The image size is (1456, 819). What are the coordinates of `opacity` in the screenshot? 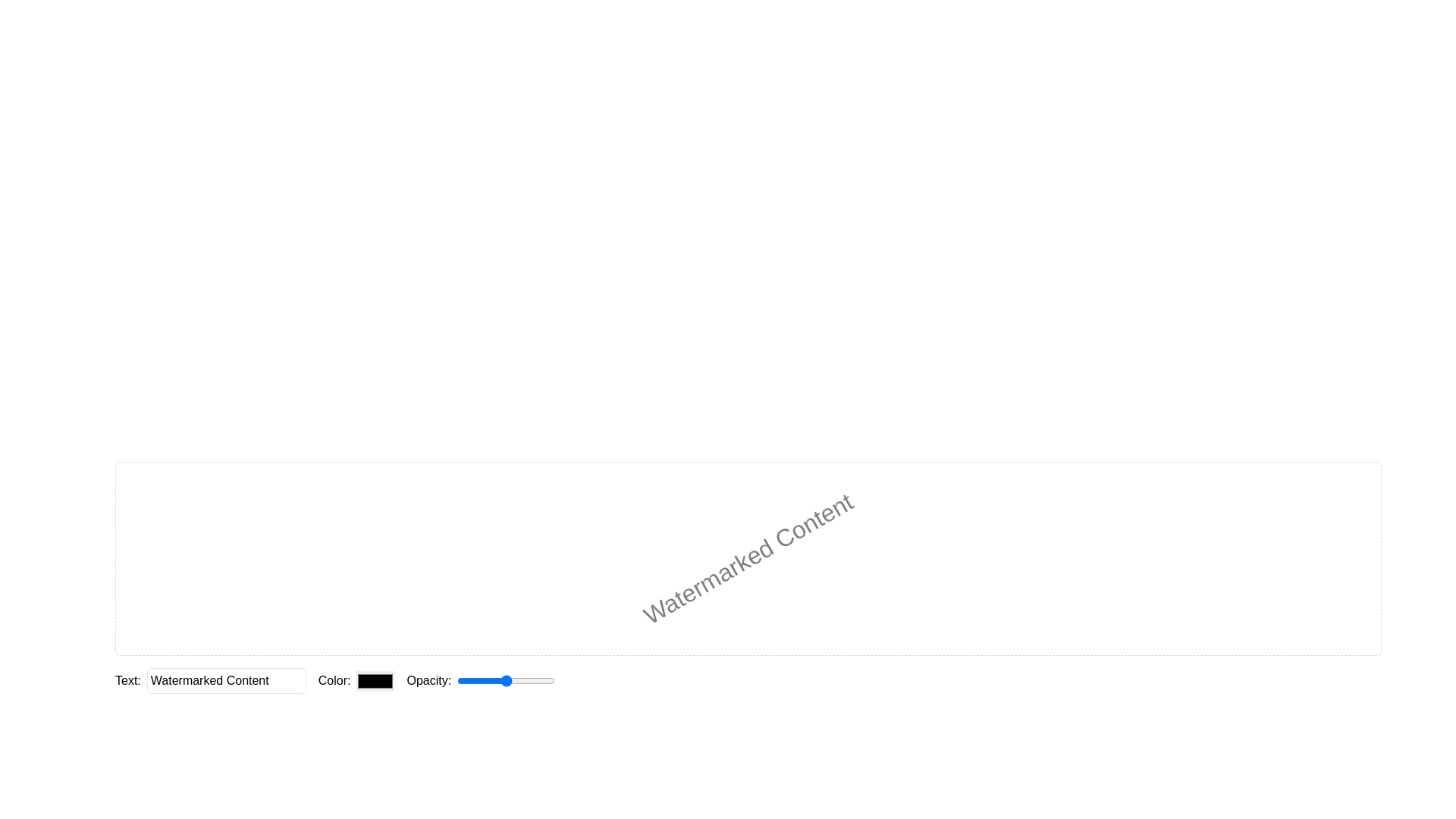 It's located at (475, 680).